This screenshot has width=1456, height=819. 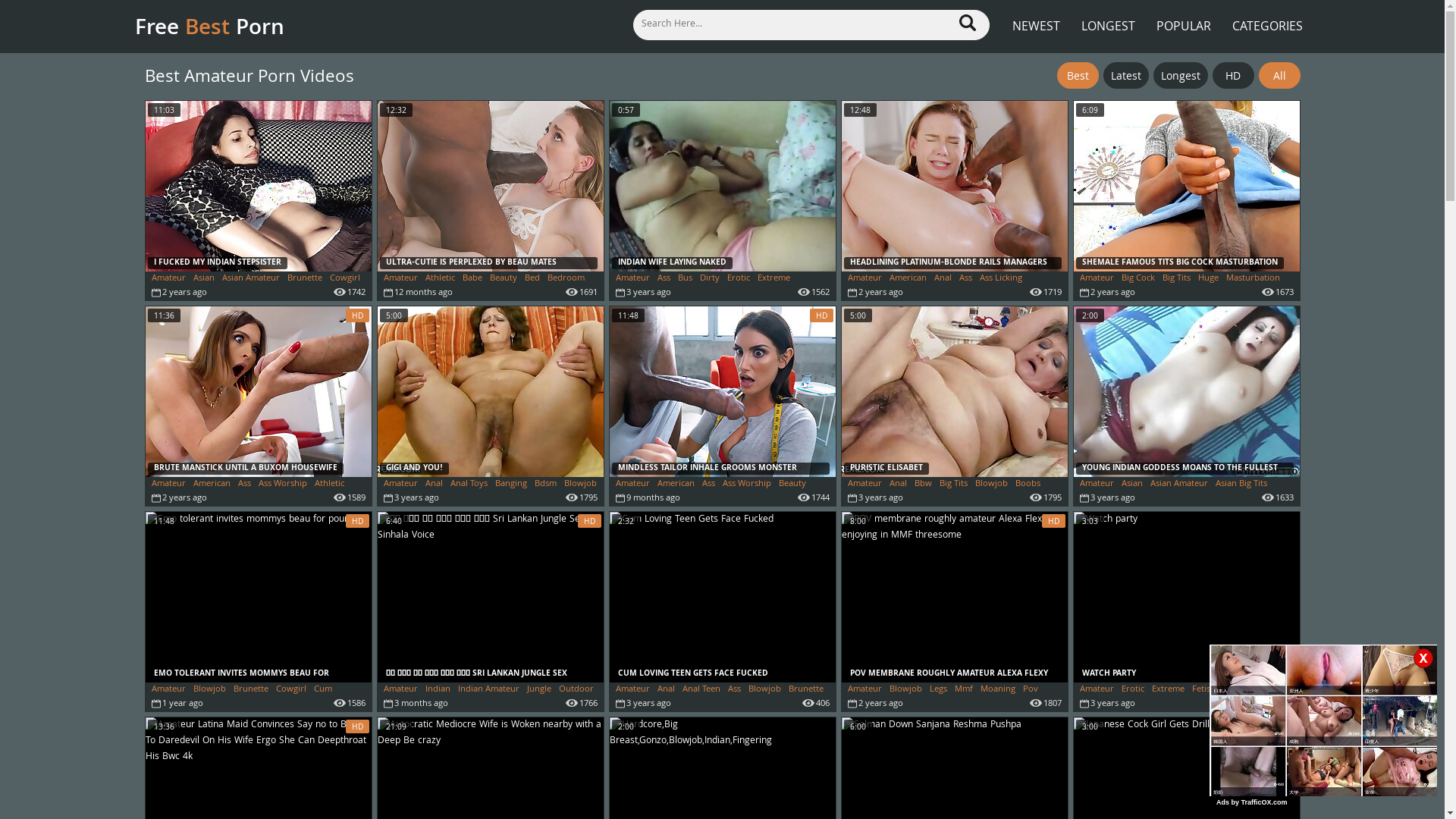 What do you see at coordinates (1027, 484) in the screenshot?
I see `'Boobs'` at bounding box center [1027, 484].